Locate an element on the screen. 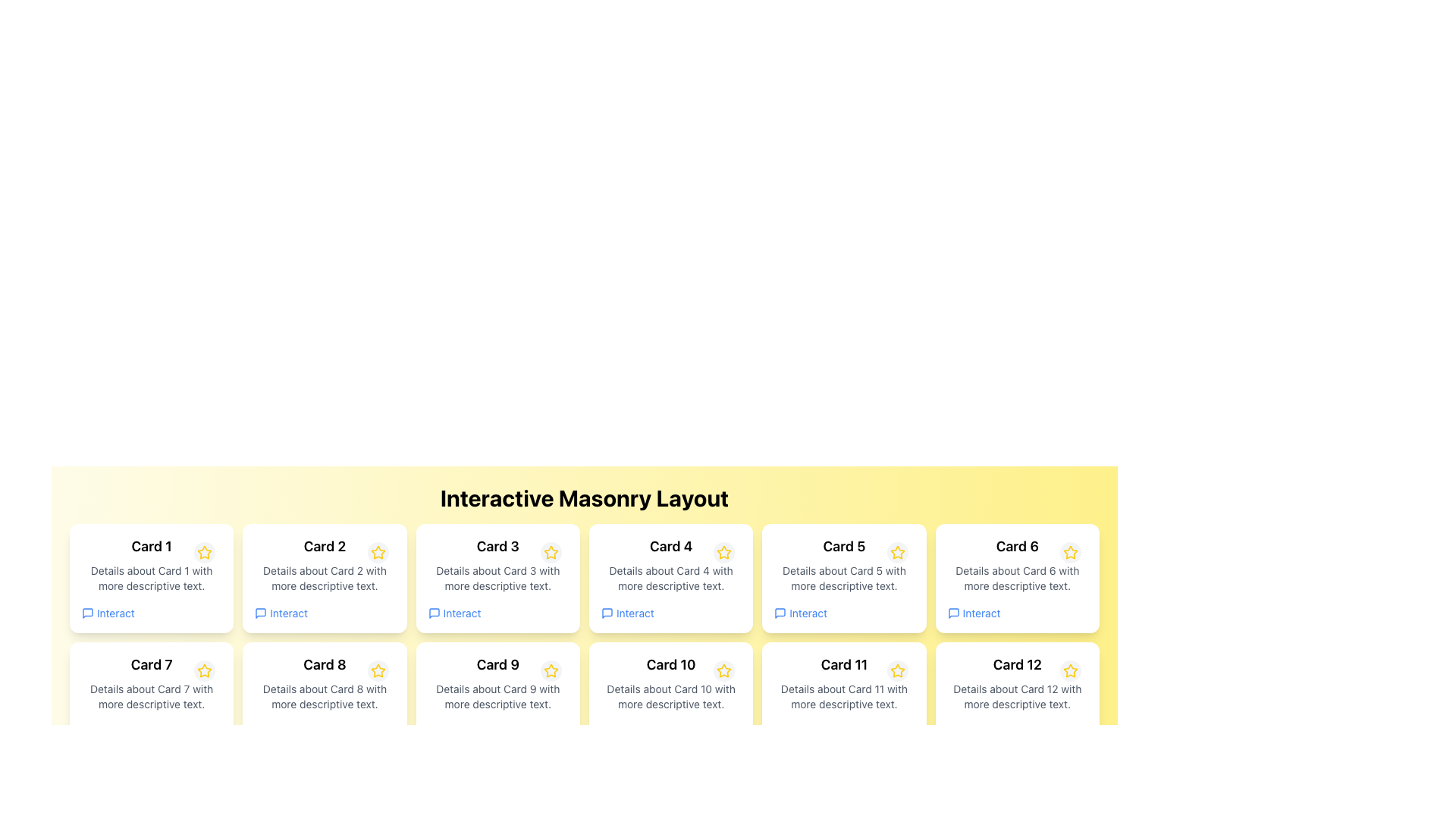 The height and width of the screenshot is (819, 1456). the star icon on the informational card located in the second row, third column of the Interactive Masonry Layout grid to mark the item as favorite is located at coordinates (497, 696).